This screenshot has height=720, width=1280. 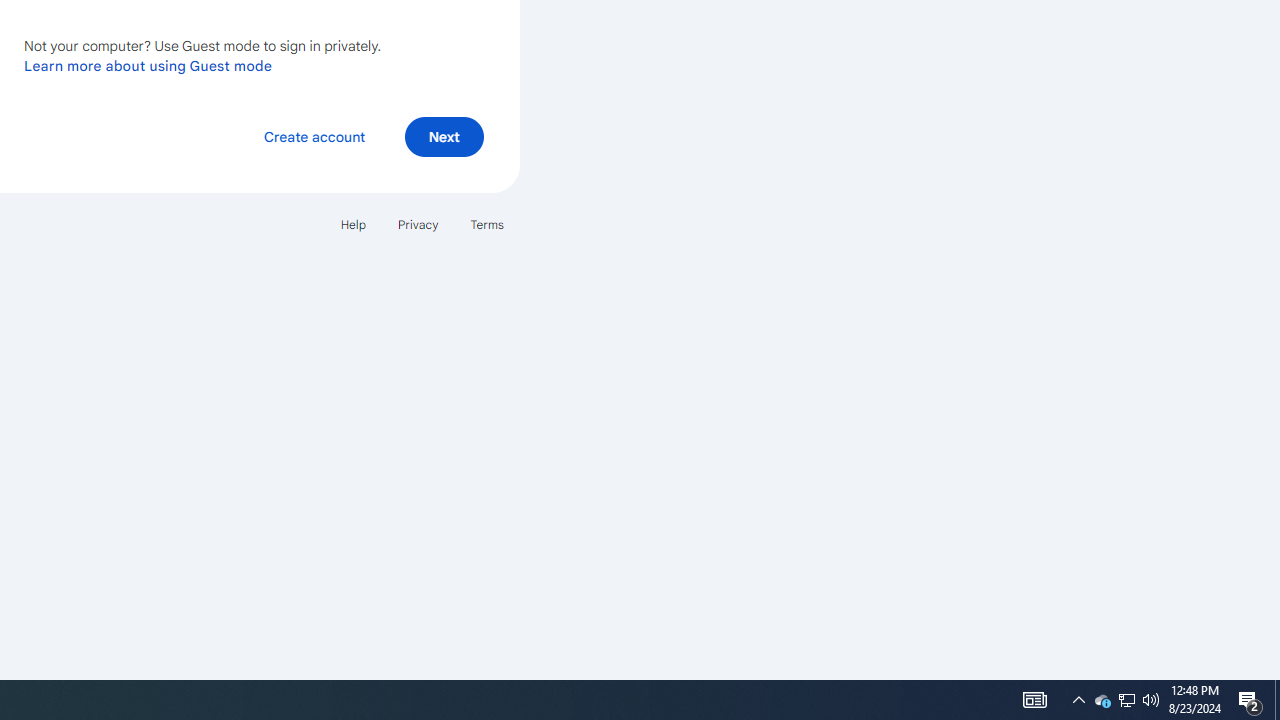 What do you see at coordinates (147, 64) in the screenshot?
I see `'Learn more about using Guest mode'` at bounding box center [147, 64].